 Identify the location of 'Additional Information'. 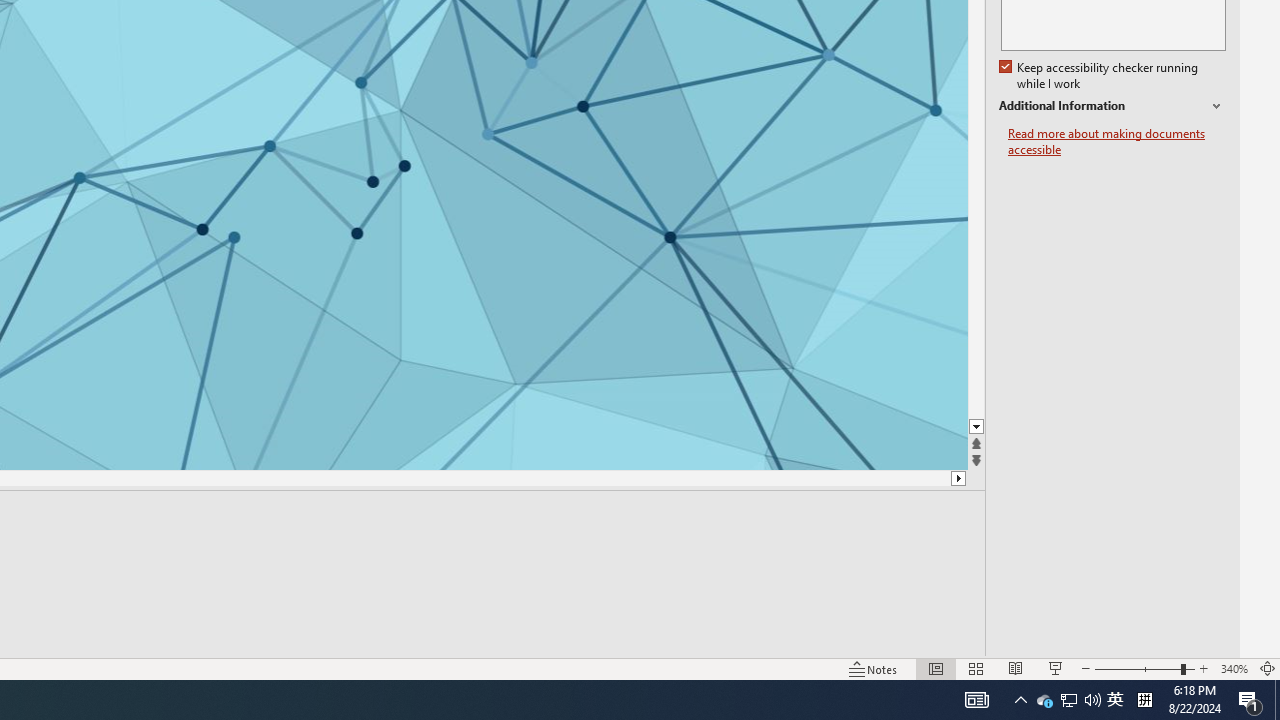
(1111, 106).